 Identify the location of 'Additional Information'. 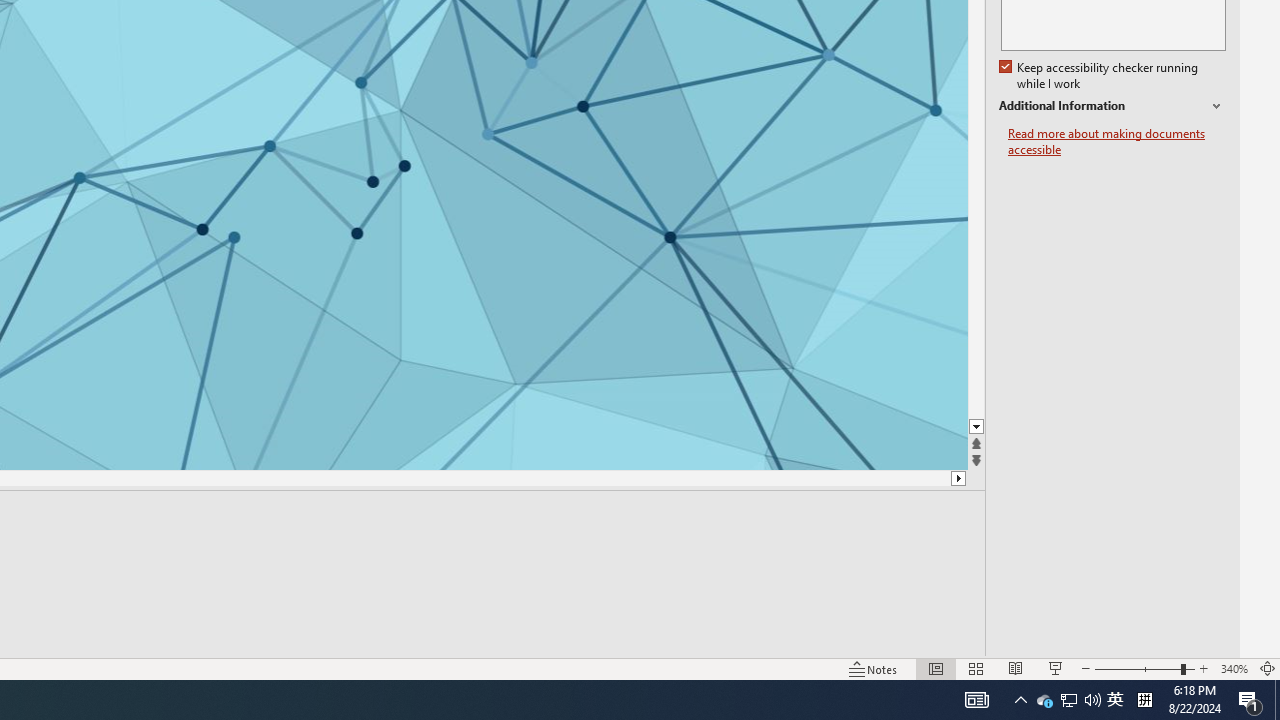
(1111, 106).